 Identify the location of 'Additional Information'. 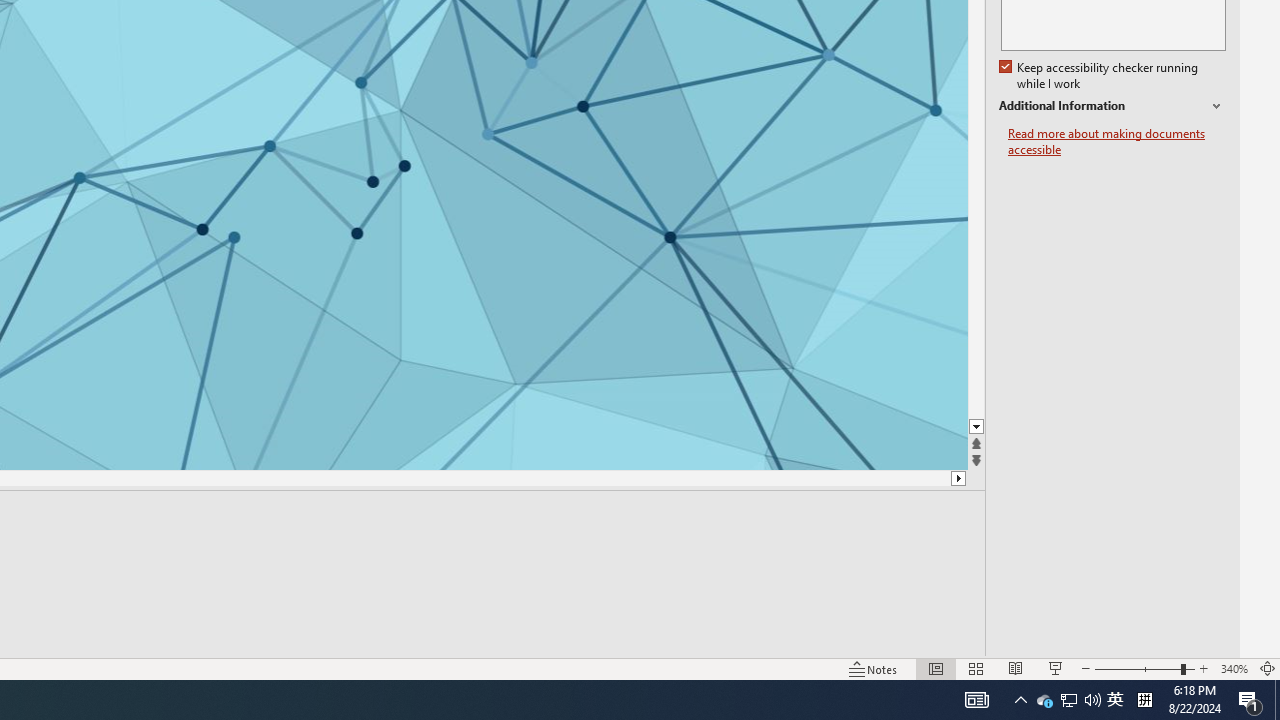
(1111, 106).